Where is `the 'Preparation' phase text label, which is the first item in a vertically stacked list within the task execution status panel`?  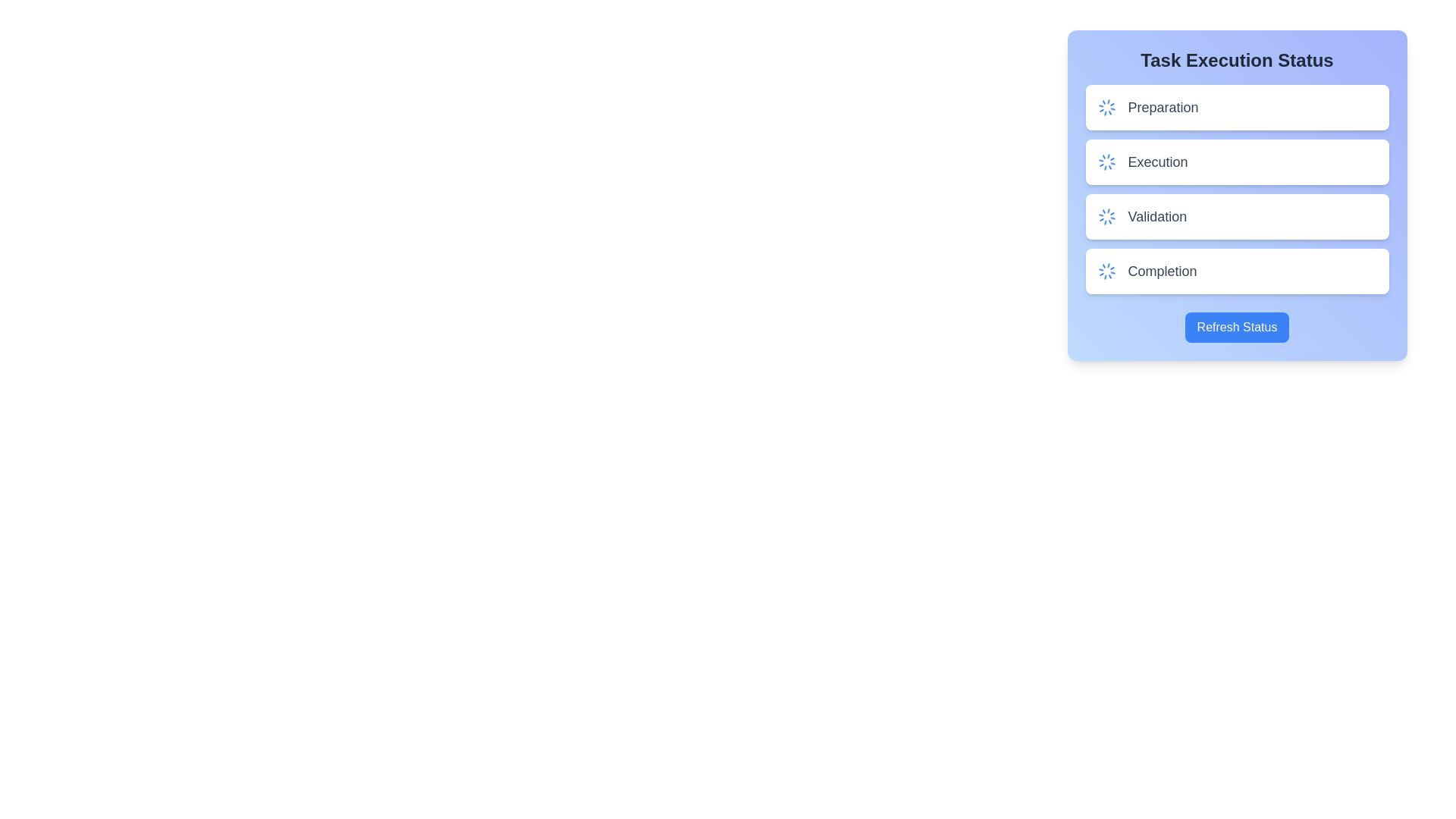 the 'Preparation' phase text label, which is the first item in a vertically stacked list within the task execution status panel is located at coordinates (1163, 107).